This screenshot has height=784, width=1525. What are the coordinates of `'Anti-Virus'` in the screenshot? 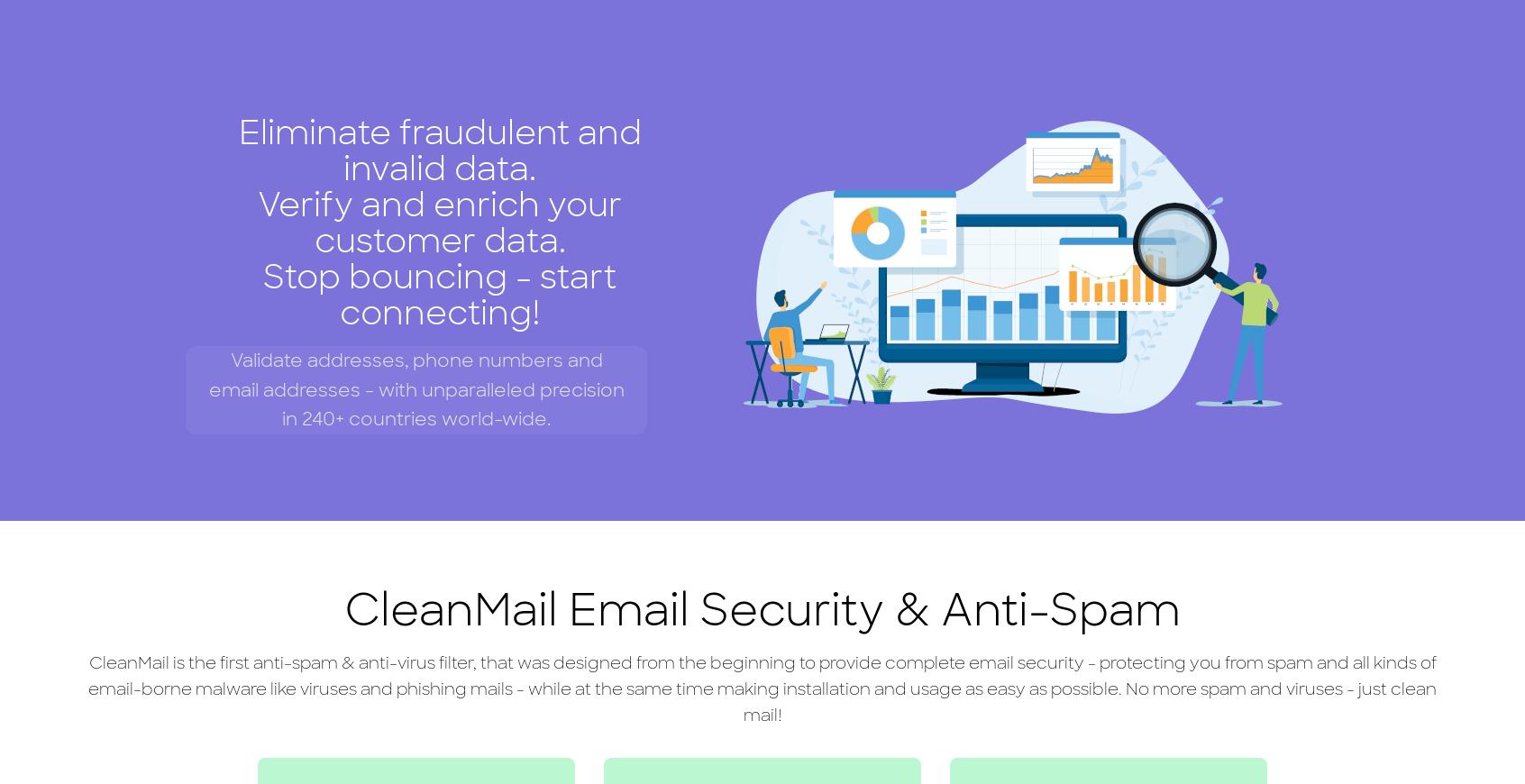 It's located at (474, 14).